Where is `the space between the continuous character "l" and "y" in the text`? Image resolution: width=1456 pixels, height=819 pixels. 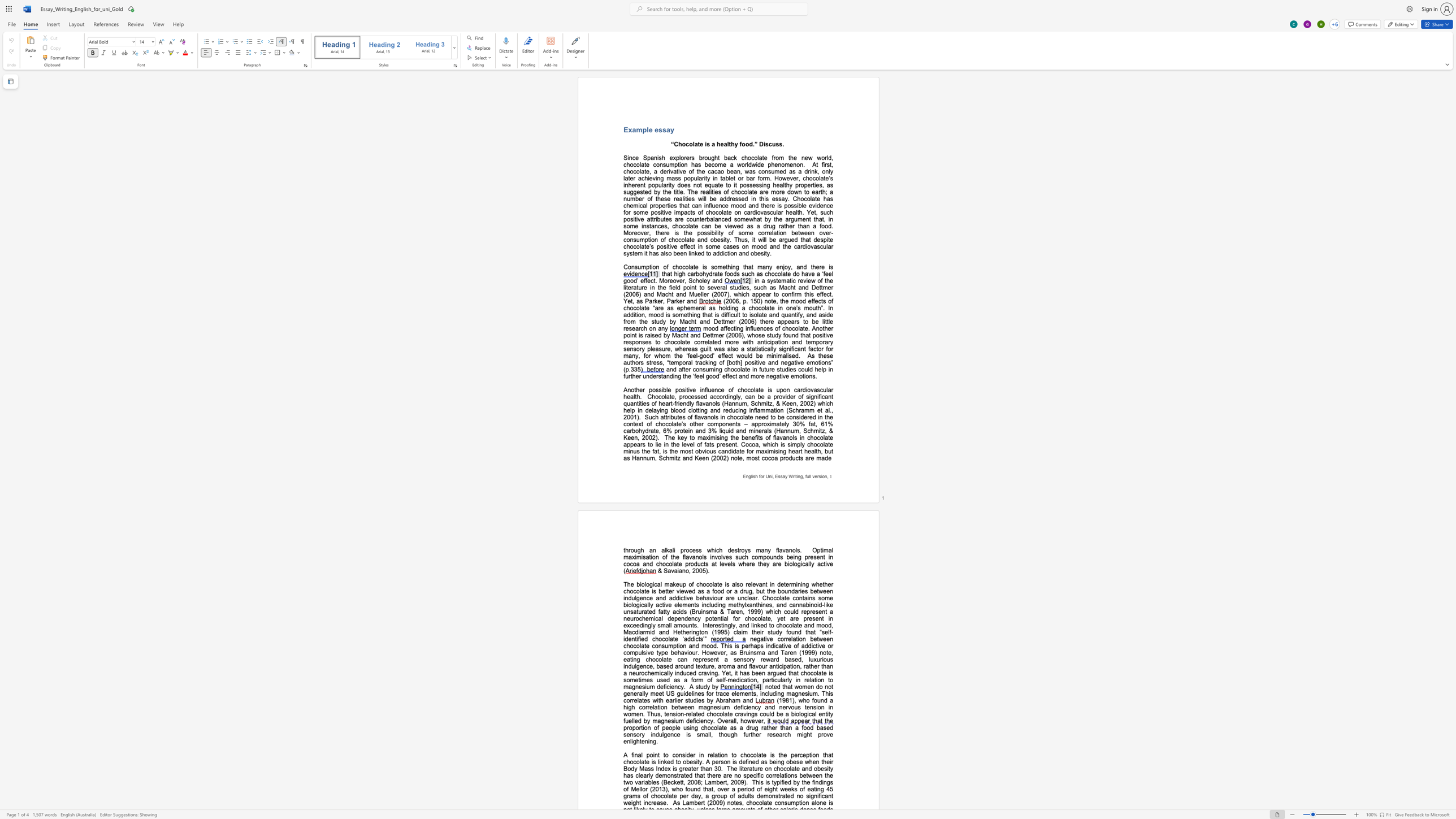
the space between the continuous character "l" and "y" in the text is located at coordinates (830, 171).